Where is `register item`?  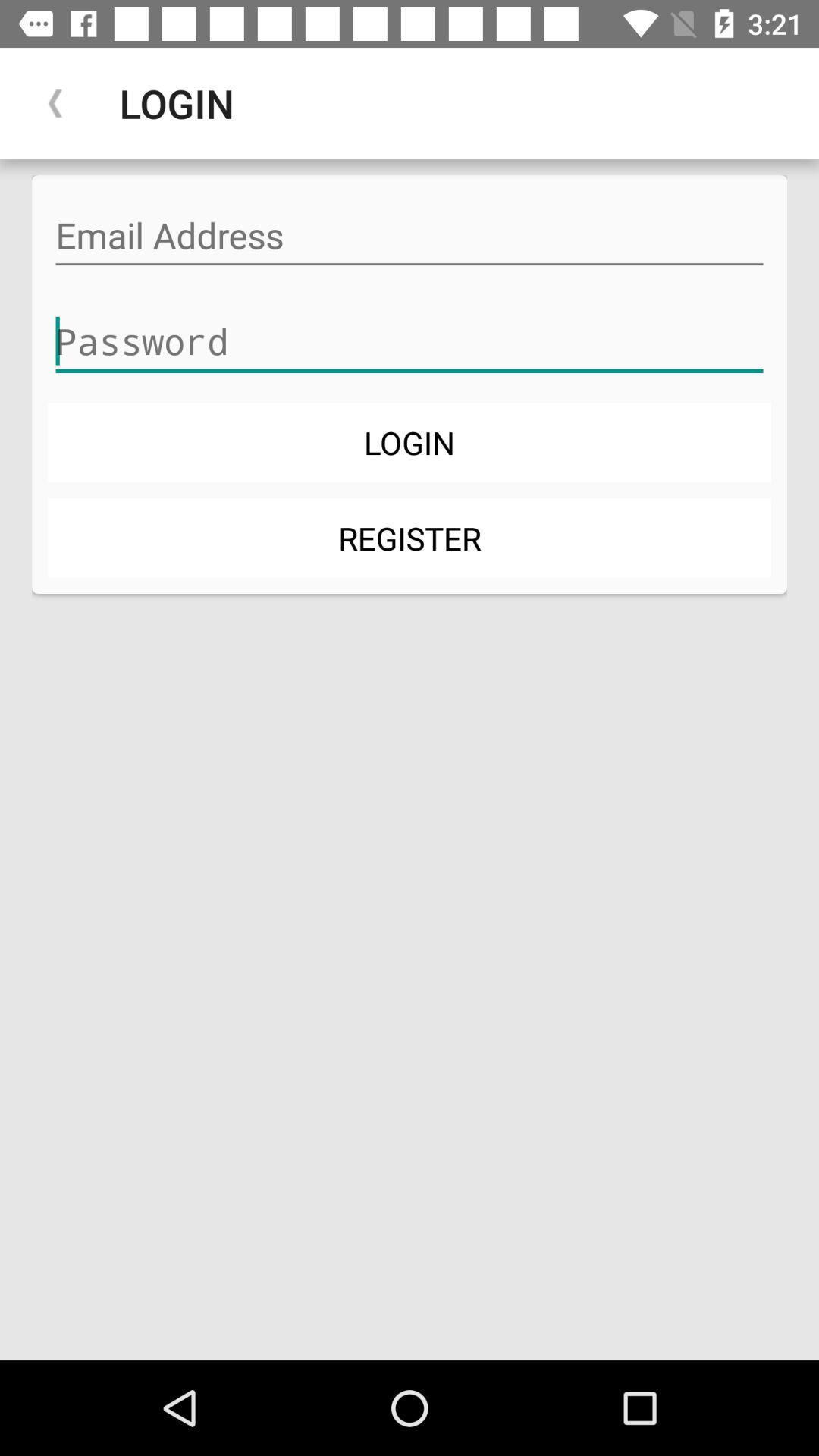 register item is located at coordinates (409, 538).